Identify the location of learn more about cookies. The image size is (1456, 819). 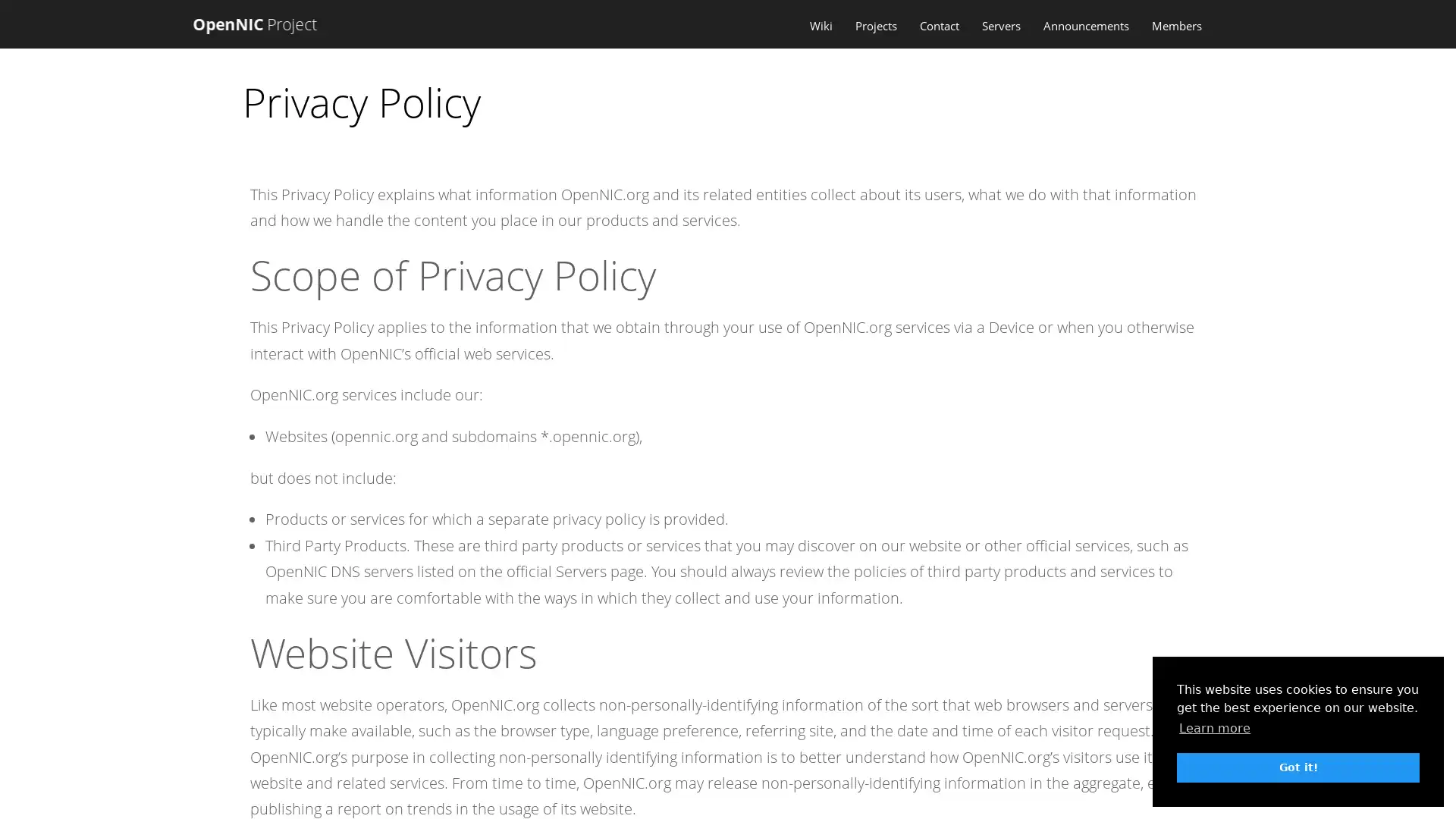
(1215, 727).